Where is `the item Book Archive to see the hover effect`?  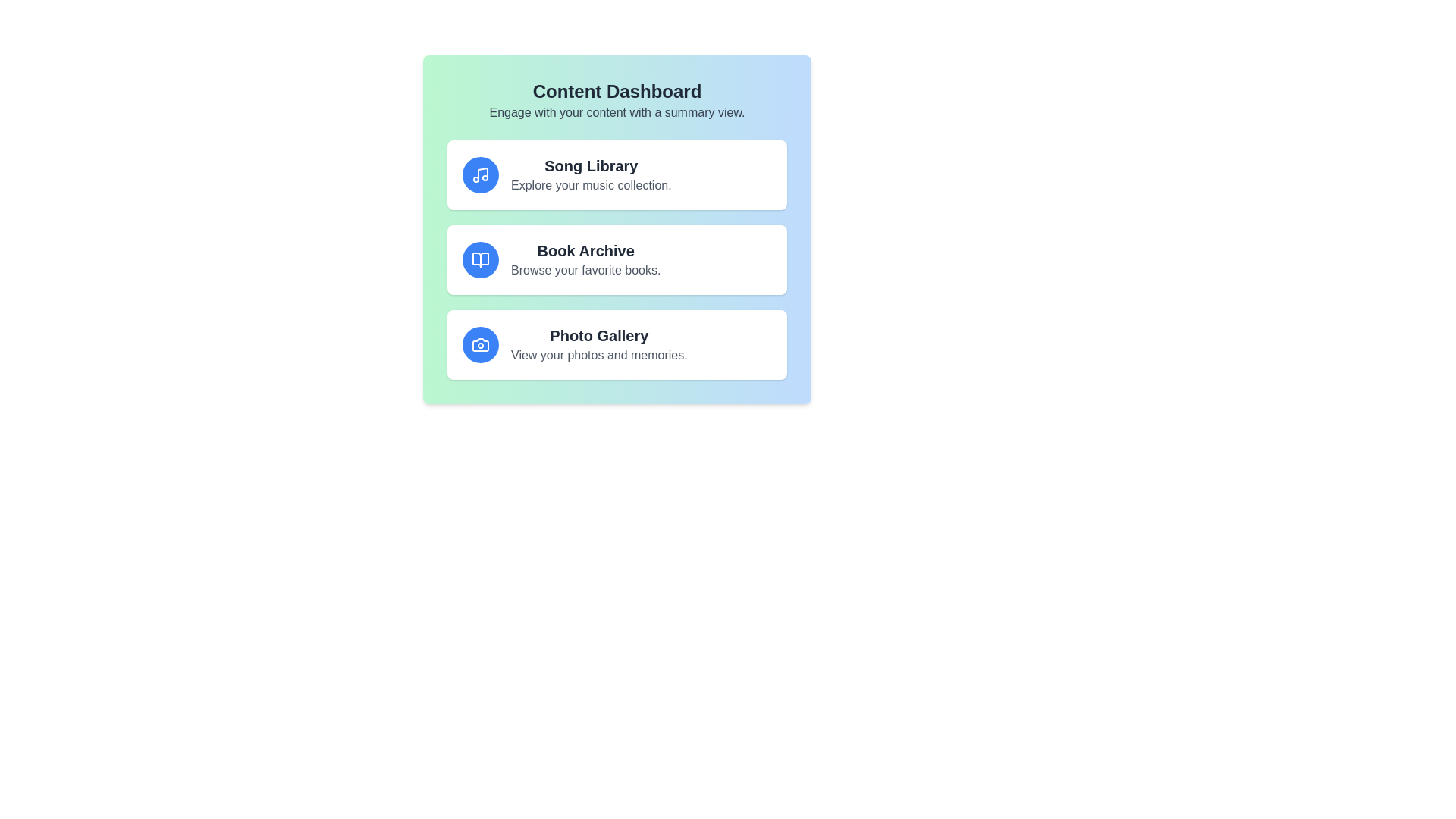 the item Book Archive to see the hover effect is located at coordinates (617, 259).